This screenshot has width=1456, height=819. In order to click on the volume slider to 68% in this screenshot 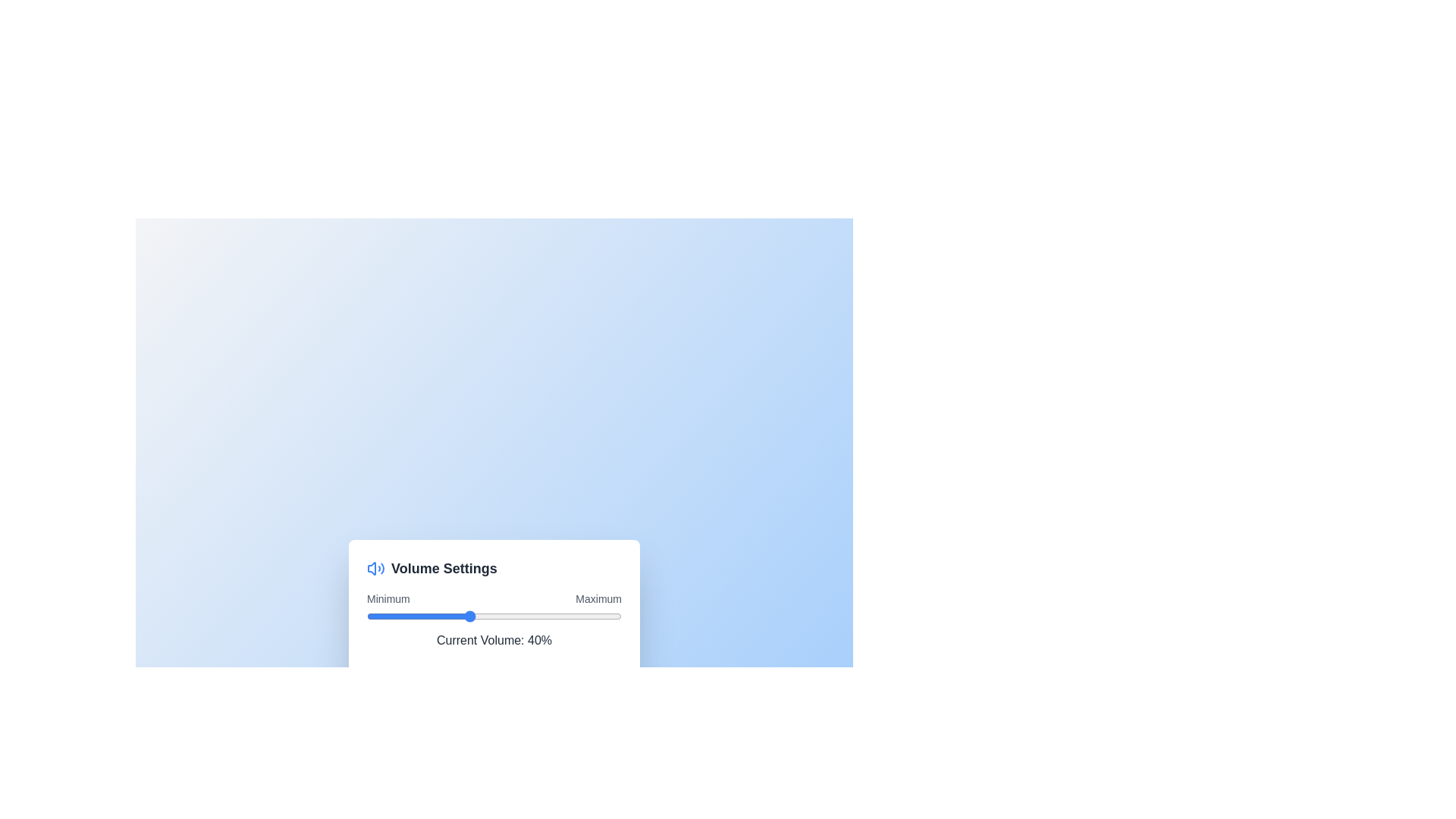, I will do `click(540, 616)`.